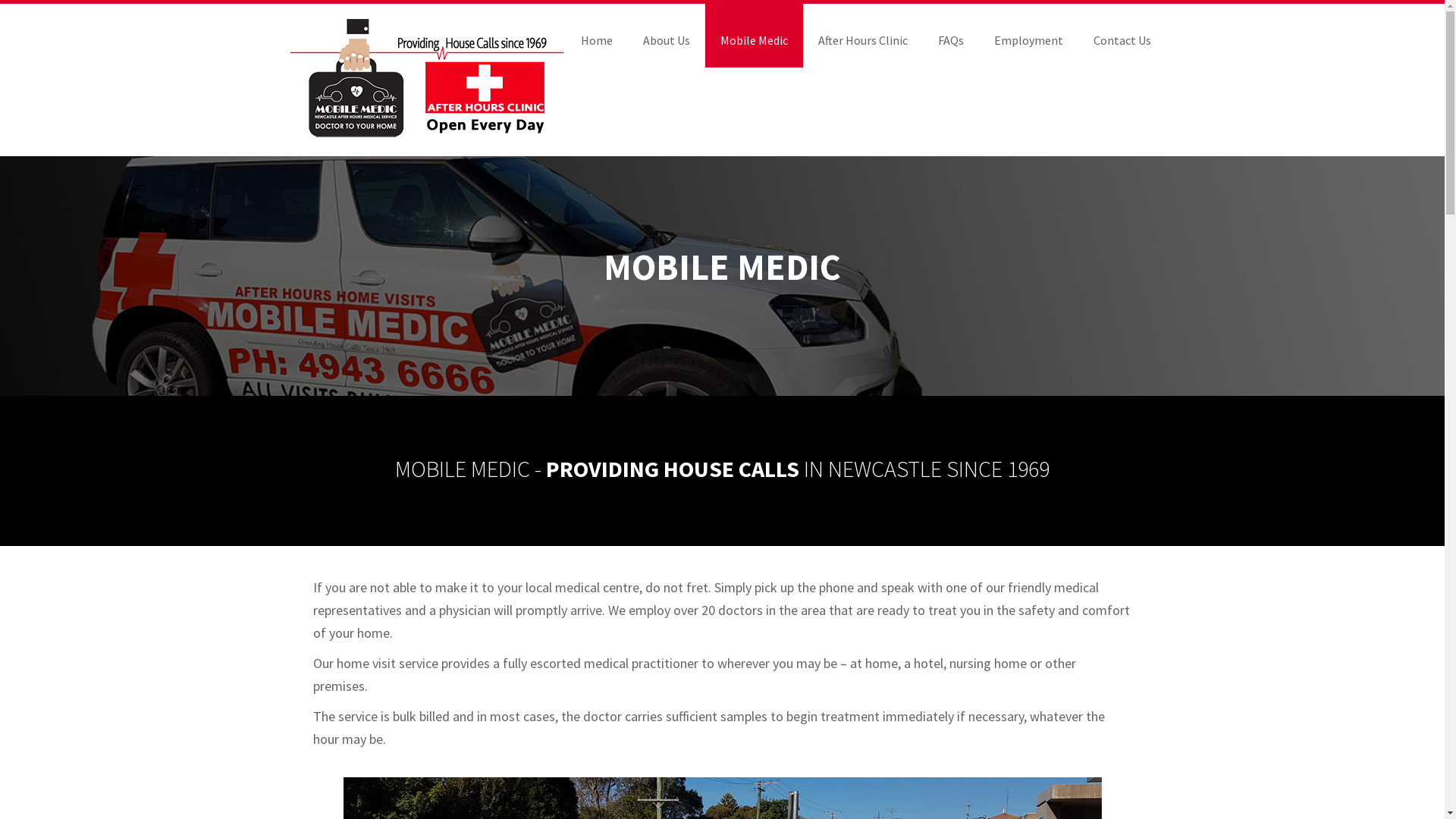  I want to click on 'About Us', so click(666, 34).